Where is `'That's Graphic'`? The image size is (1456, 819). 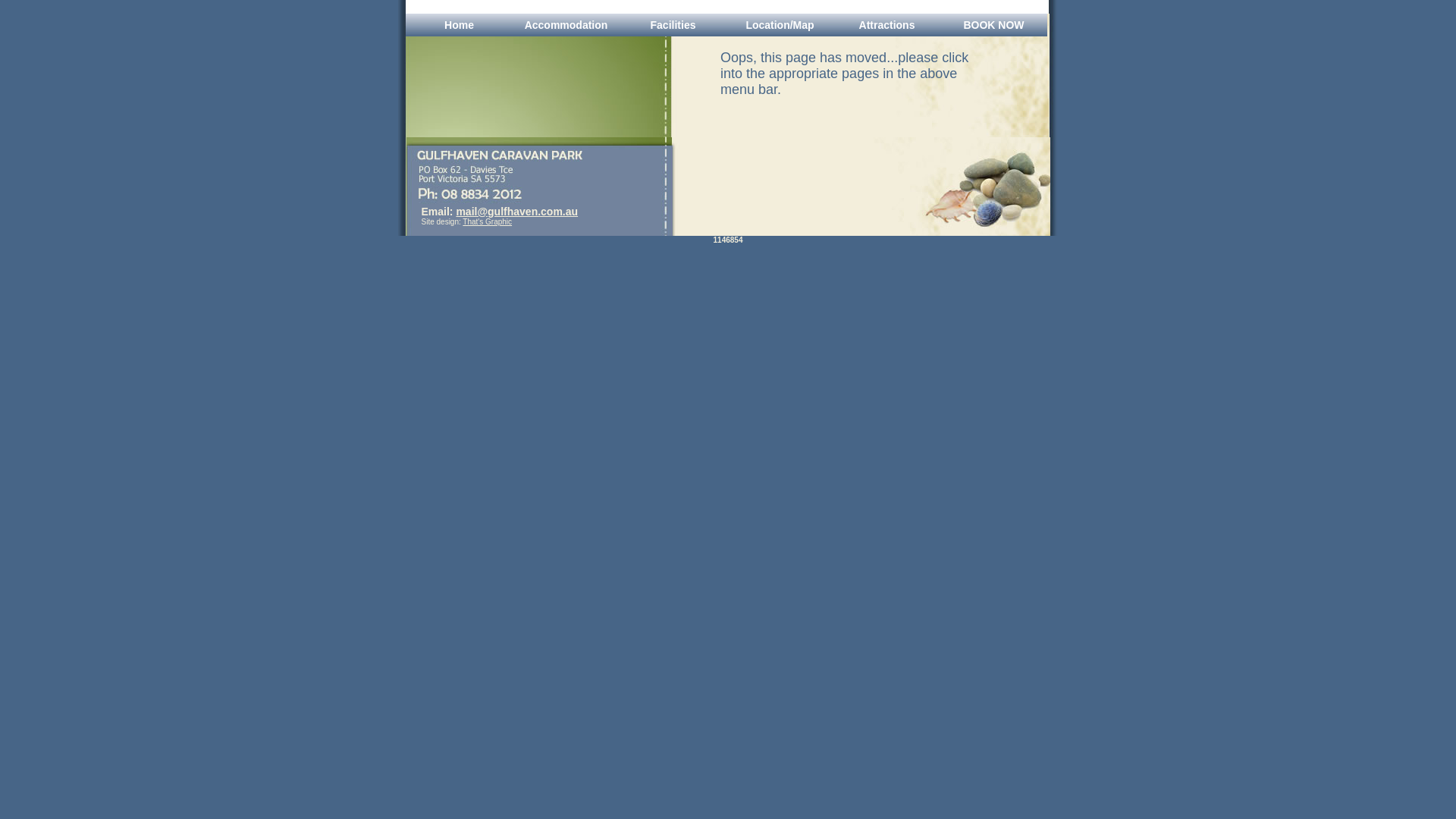
'That's Graphic' is located at coordinates (487, 221).